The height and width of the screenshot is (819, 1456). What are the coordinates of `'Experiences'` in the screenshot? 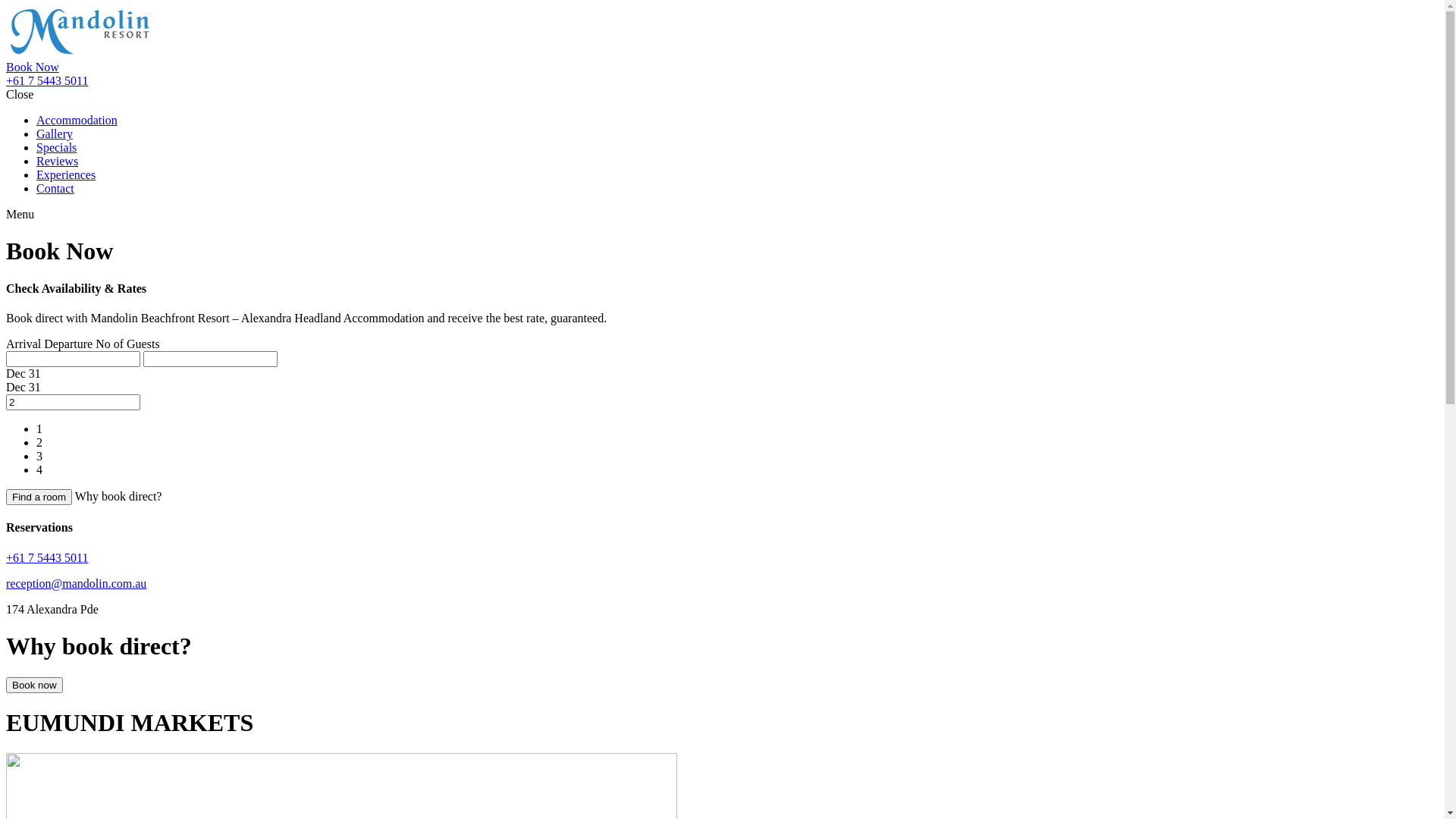 It's located at (64, 174).